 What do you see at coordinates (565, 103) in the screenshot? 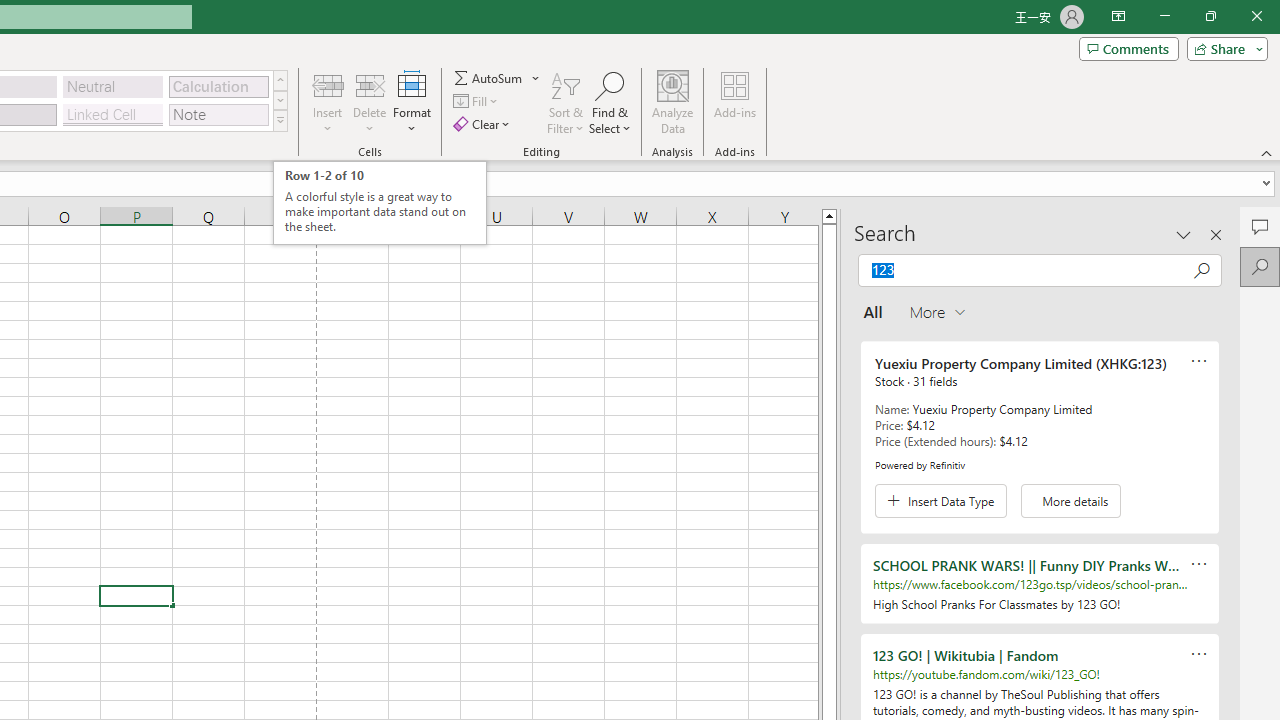
I see `'Sort & Filter'` at bounding box center [565, 103].